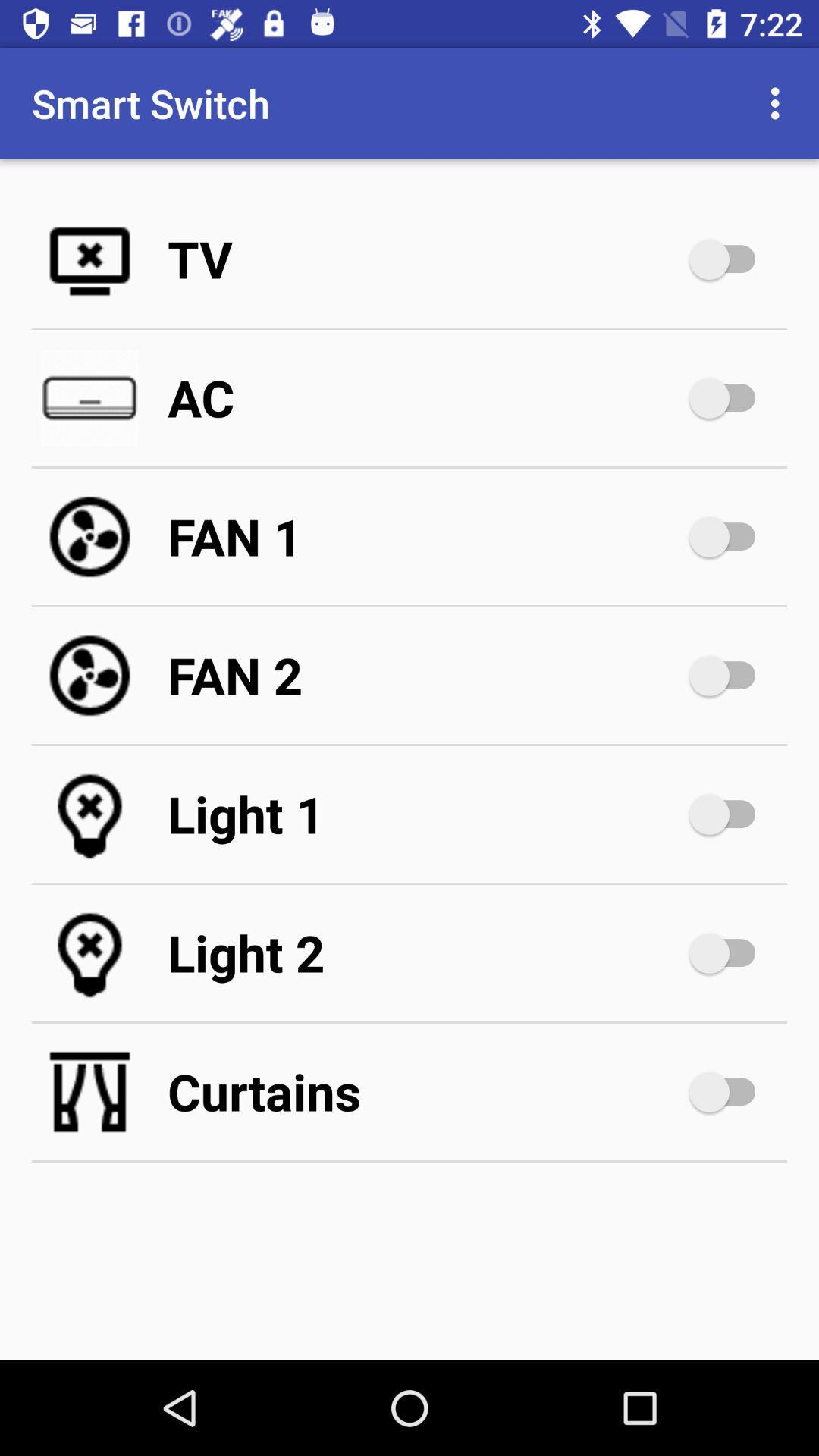 The width and height of the screenshot is (819, 1456). What do you see at coordinates (729, 952) in the screenshot?
I see `switch on lightt 2` at bounding box center [729, 952].